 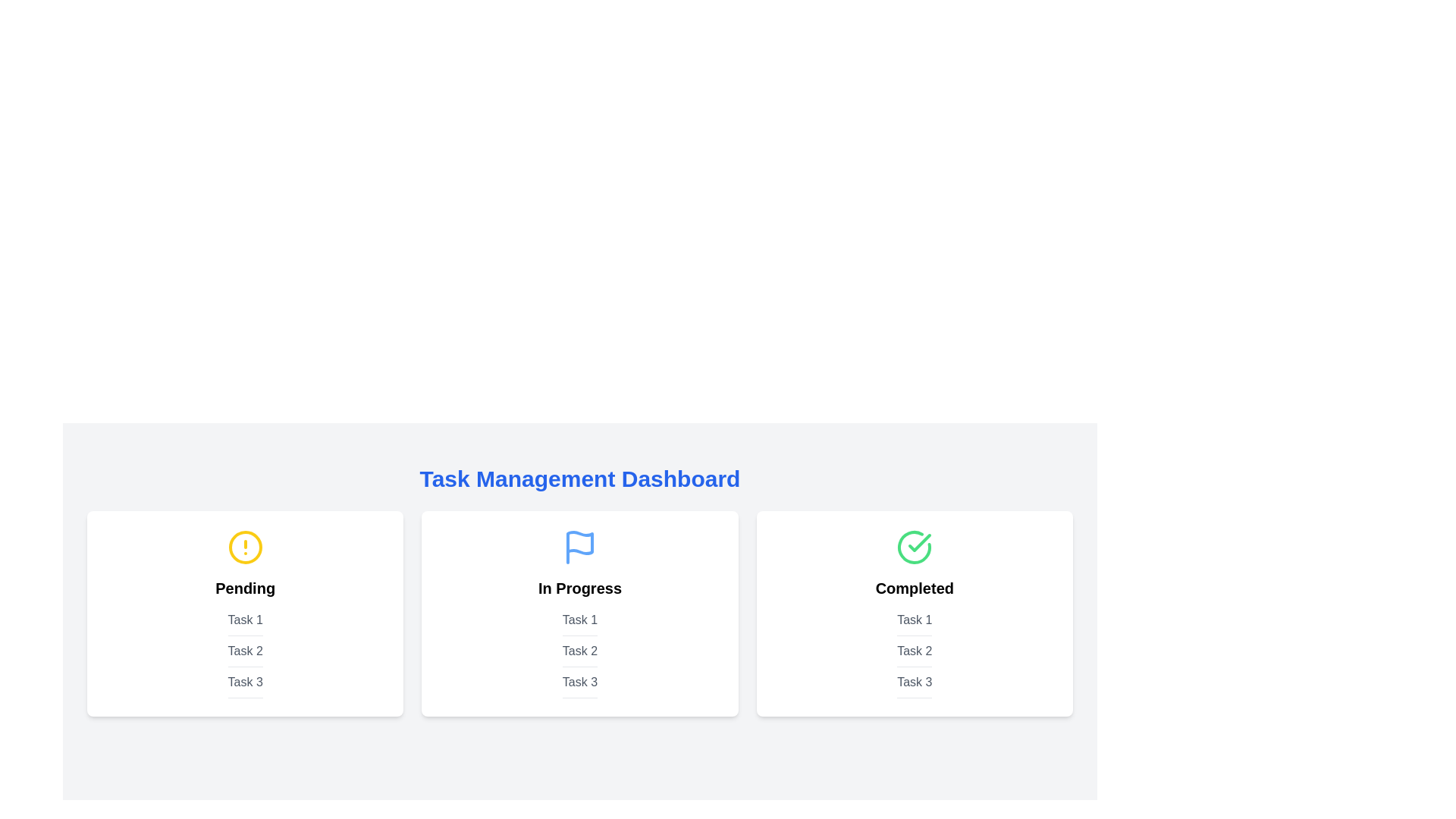 What do you see at coordinates (914, 587) in the screenshot?
I see `the 'Completed' text label, which is a bold, large font label centered within the 'Completed' card interface, positioned below the green checkmark icon` at bounding box center [914, 587].